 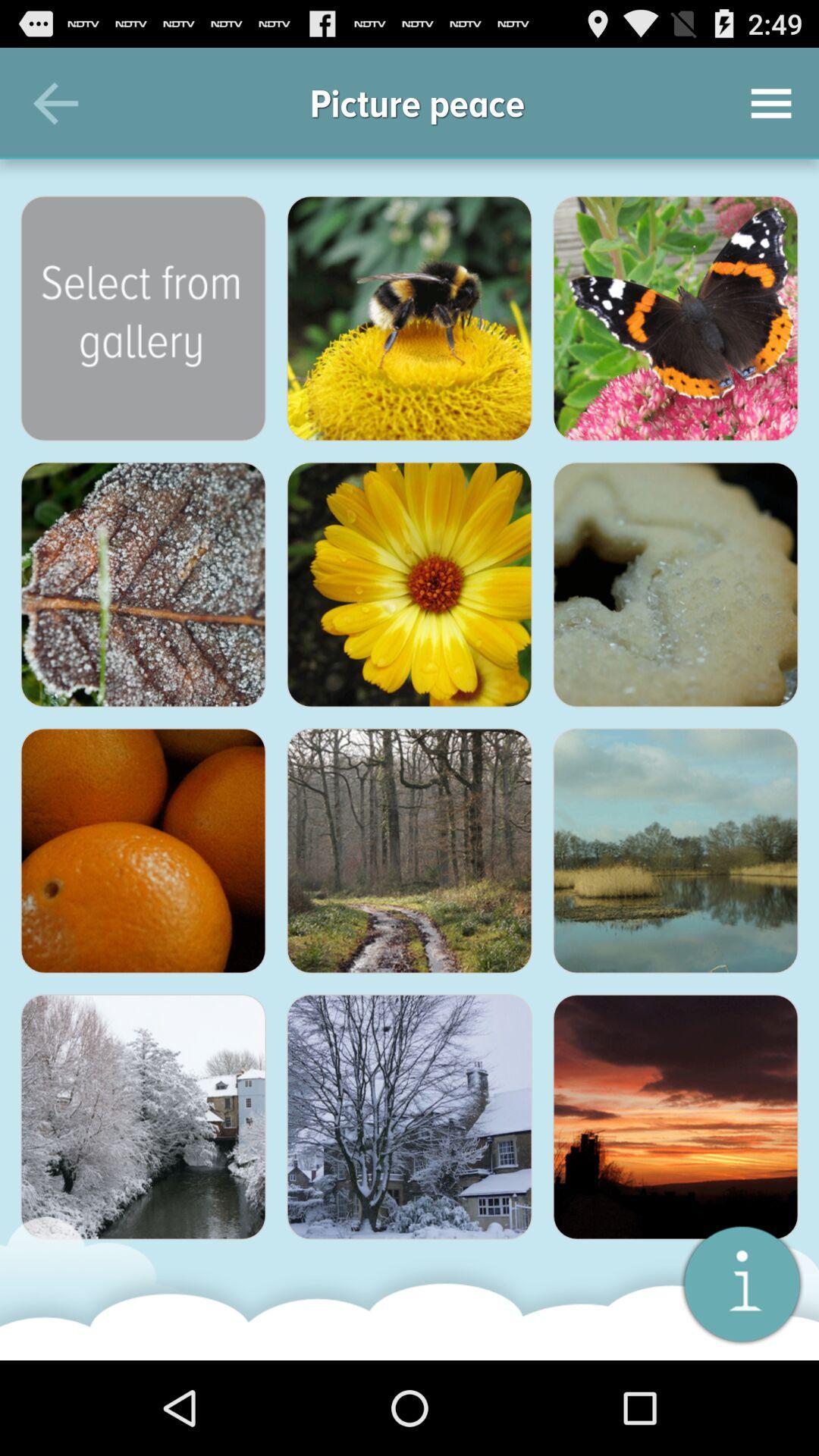 I want to click on share the article, so click(x=675, y=318).